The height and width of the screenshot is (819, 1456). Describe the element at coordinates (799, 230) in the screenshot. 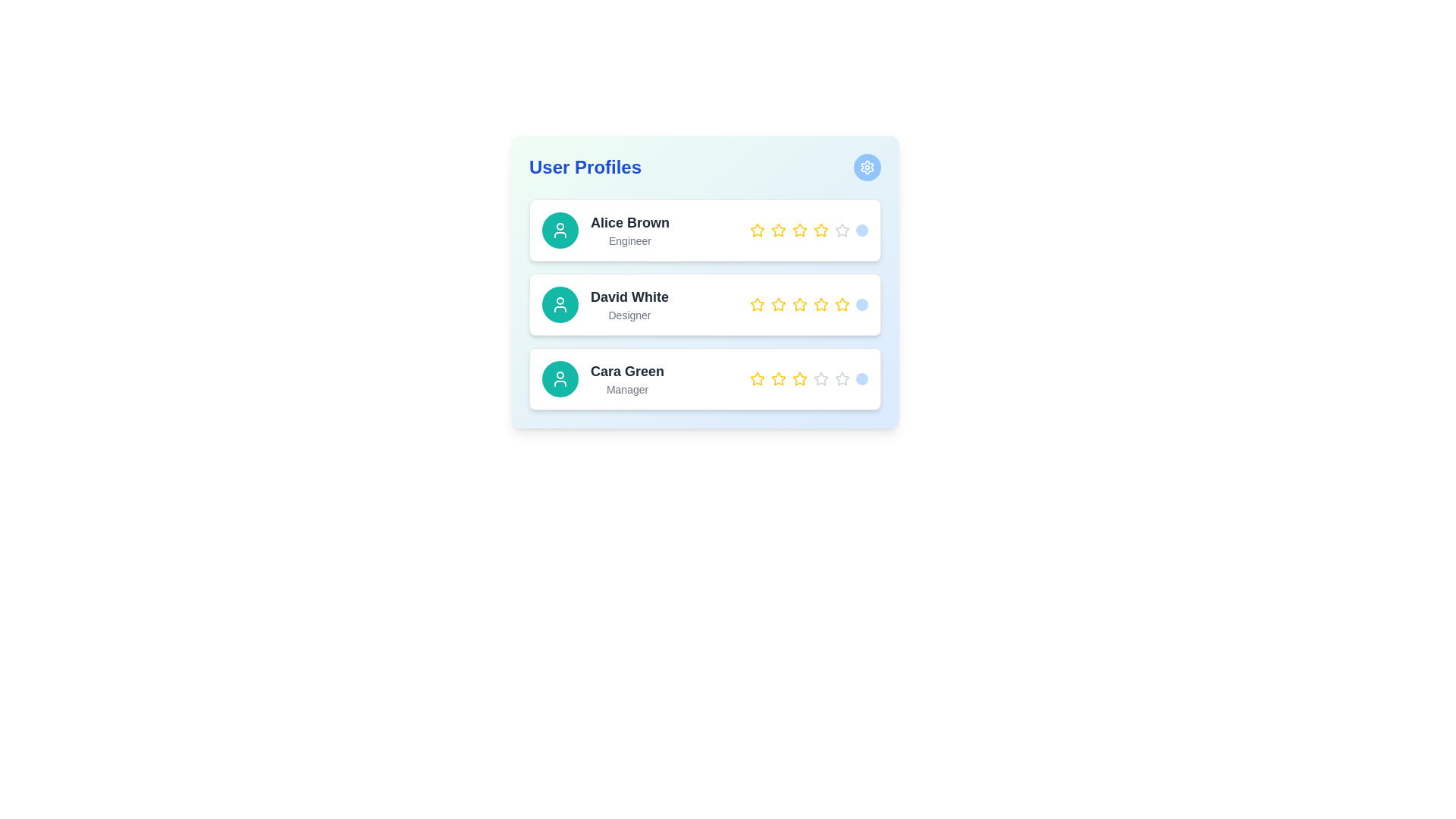

I see `the fourth selectable rating star for user 'Alice Brown'` at that location.